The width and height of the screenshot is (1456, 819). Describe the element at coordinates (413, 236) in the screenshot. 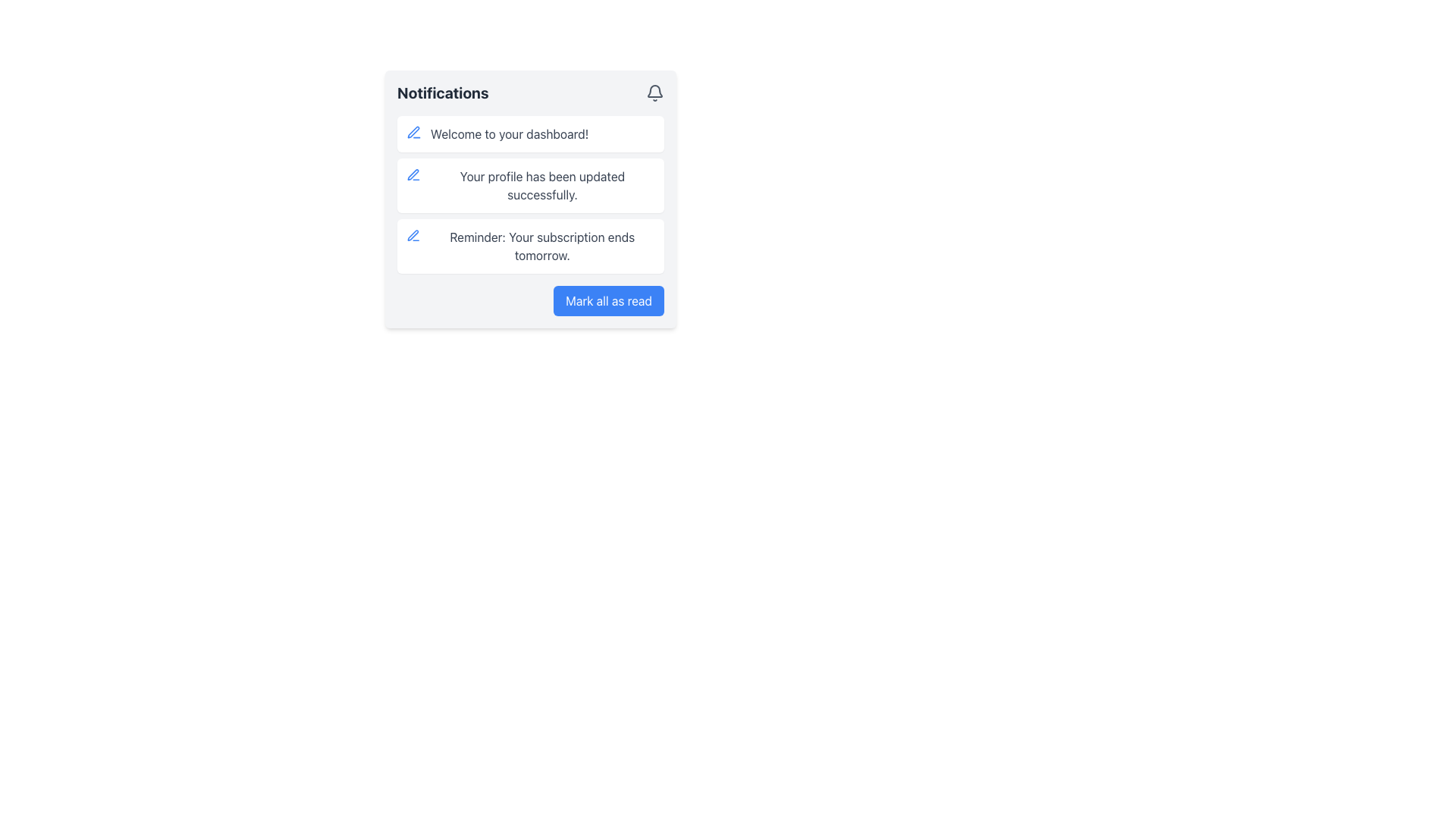

I see `the decorative icon located to the left of the notification text 'Reminder: Your subscription ends tomorrow.', which is within a rounded white background box` at that location.